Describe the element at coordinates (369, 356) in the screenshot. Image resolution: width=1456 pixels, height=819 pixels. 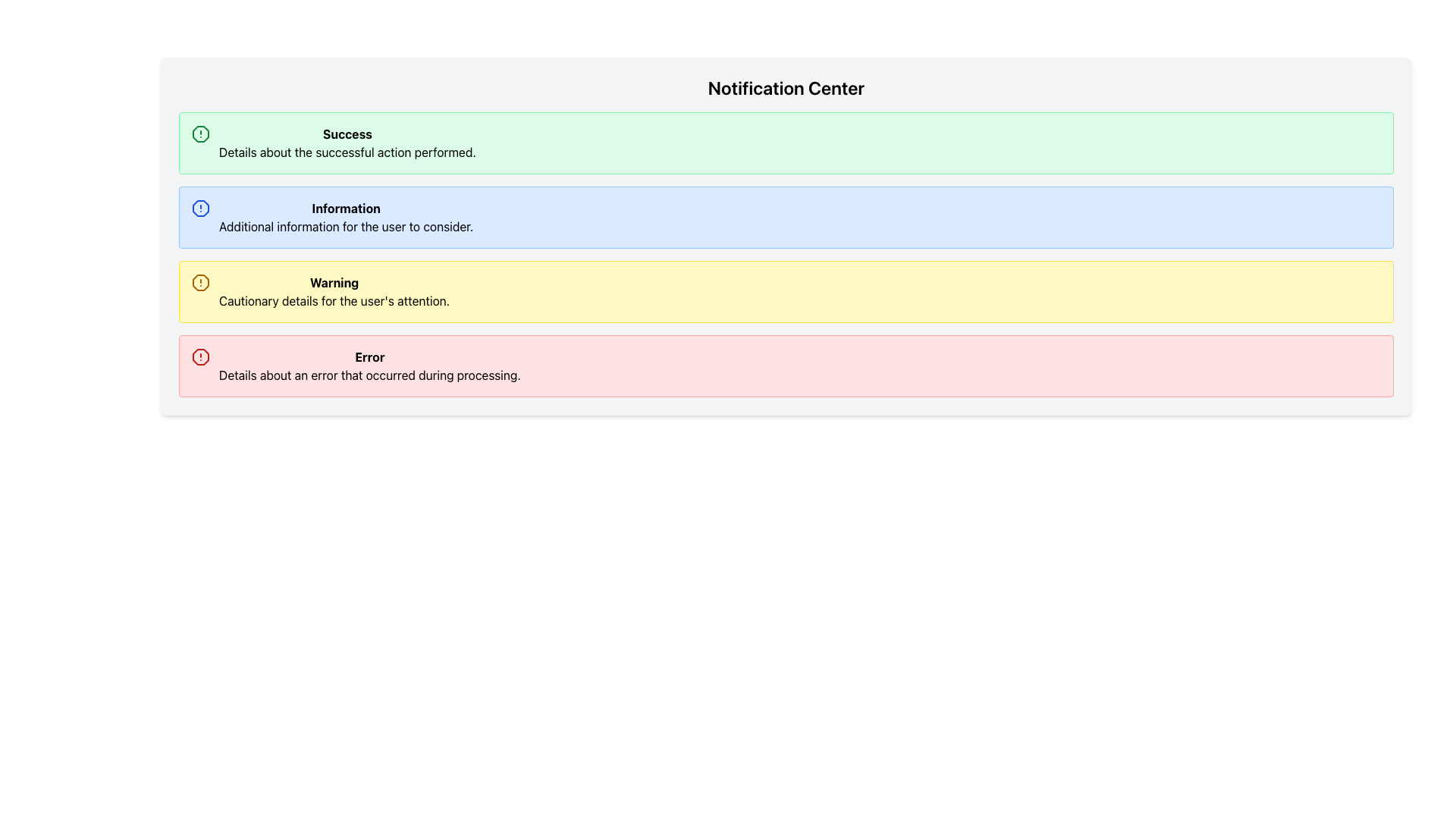
I see `the text label displaying 'Error', which is bold and prominently positioned at the beginning of a section with a pink background` at that location.